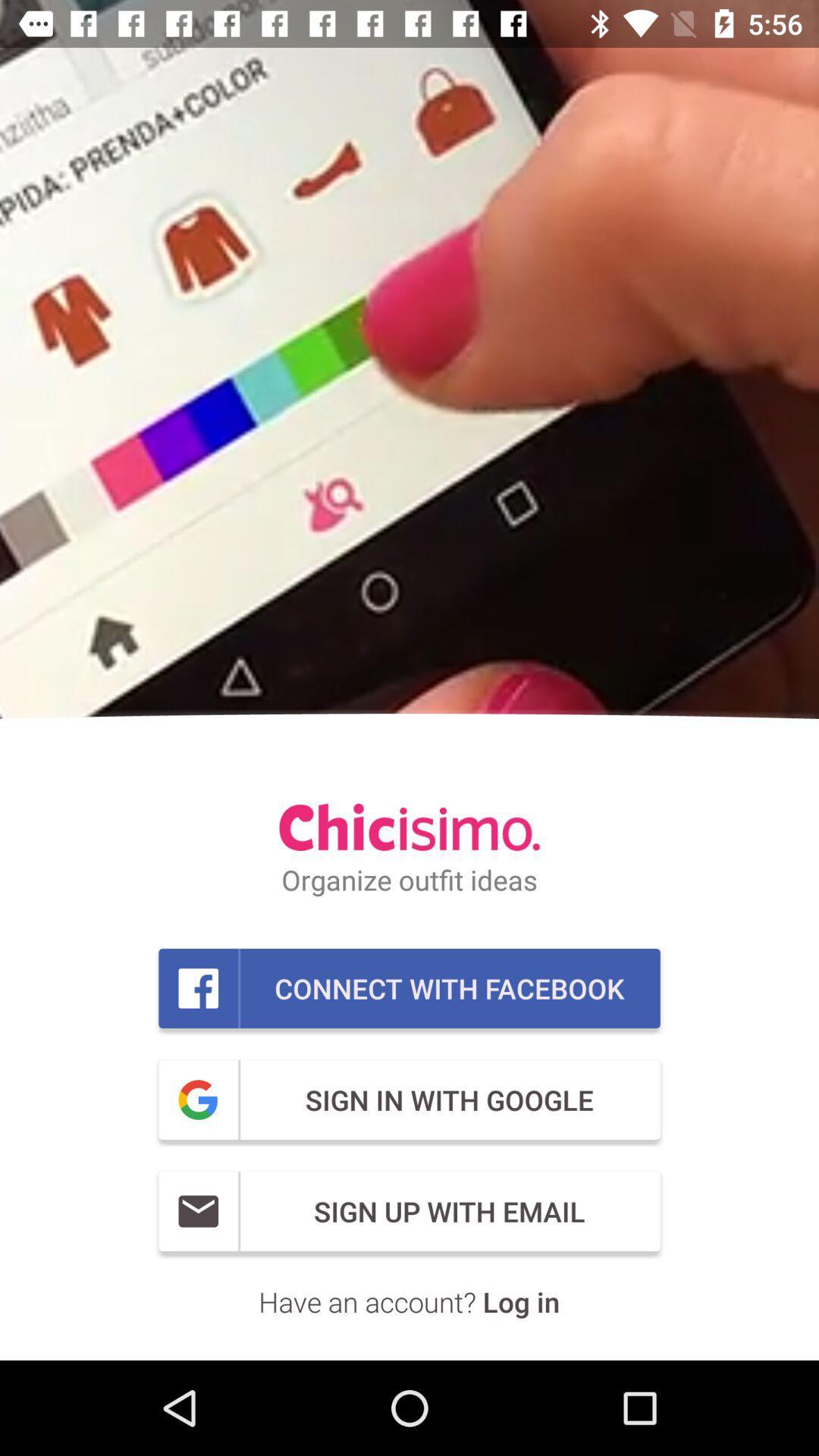  What do you see at coordinates (408, 1301) in the screenshot?
I see `the have an account icon` at bounding box center [408, 1301].